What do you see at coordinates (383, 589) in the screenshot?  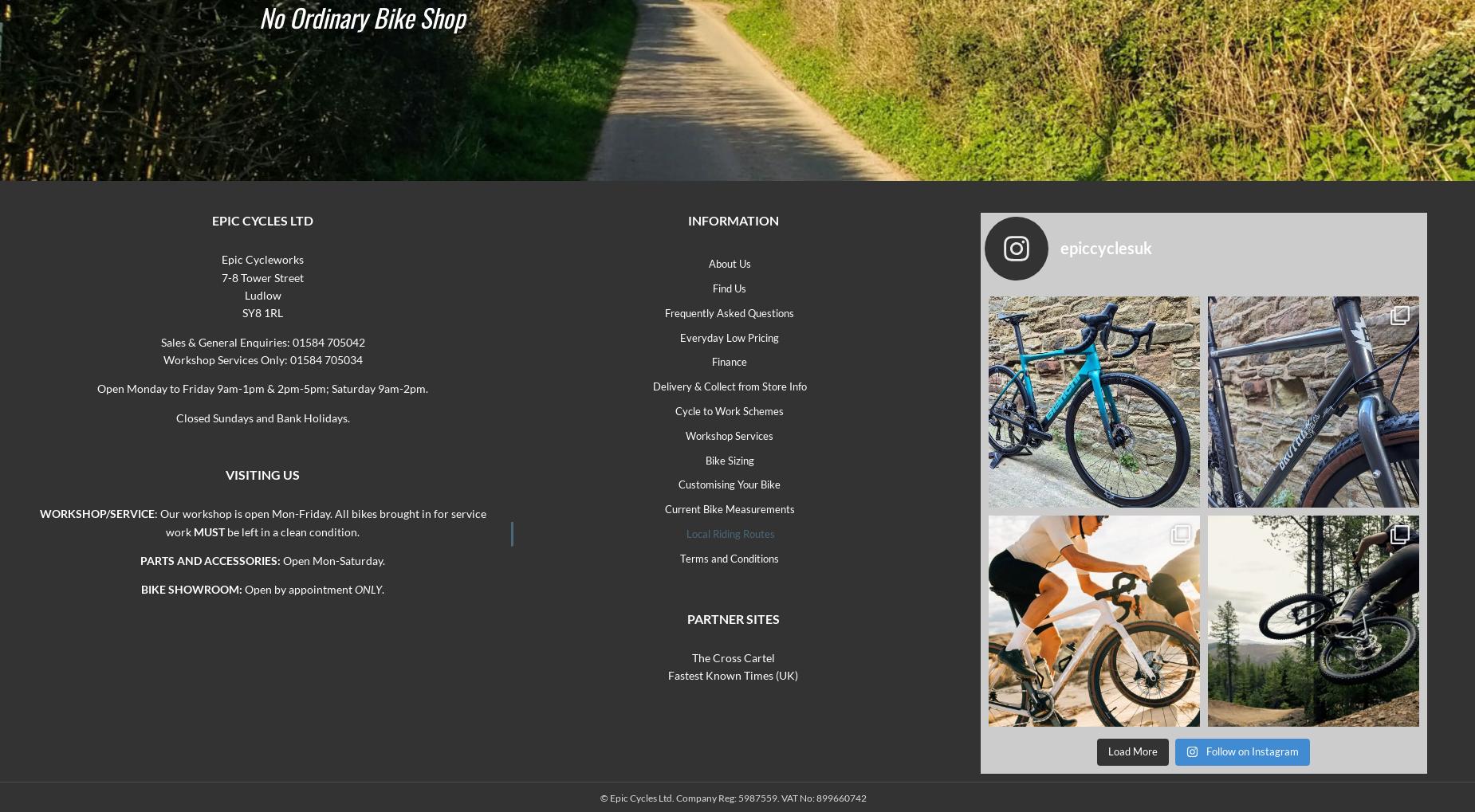 I see `'.'` at bounding box center [383, 589].